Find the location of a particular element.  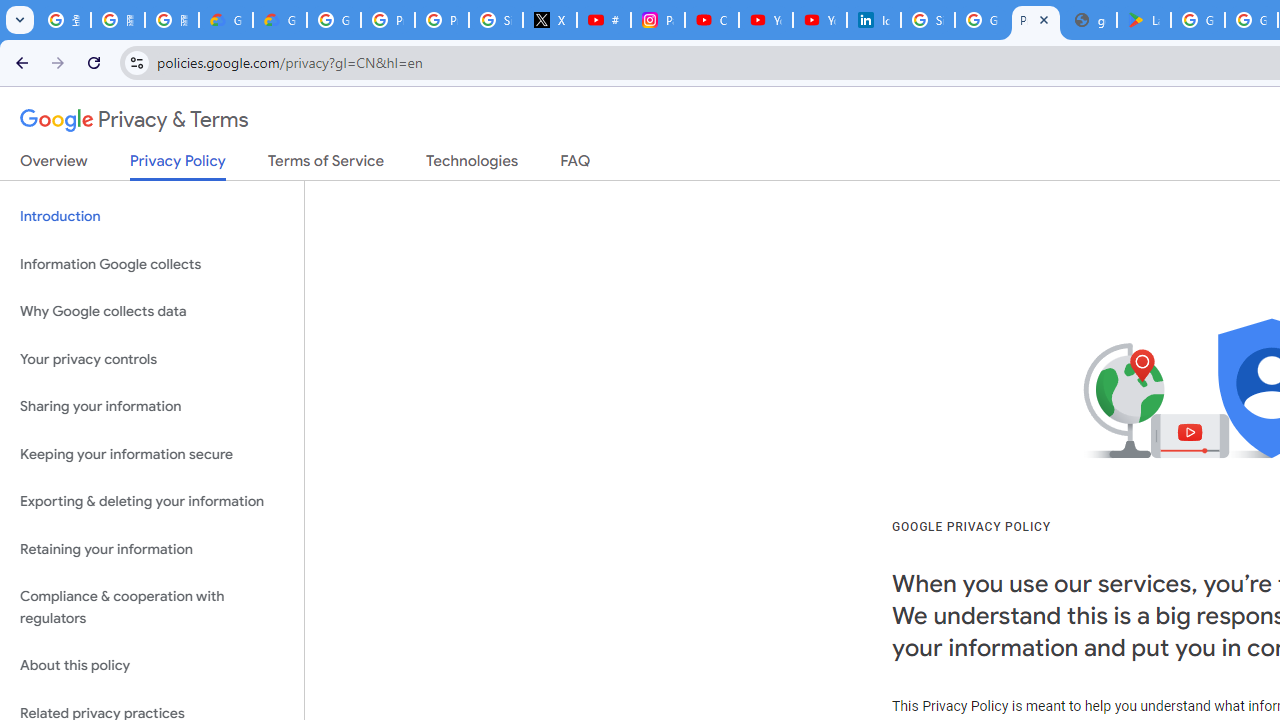

'Google Cloud Privacy Notice' is located at coordinates (225, 20).